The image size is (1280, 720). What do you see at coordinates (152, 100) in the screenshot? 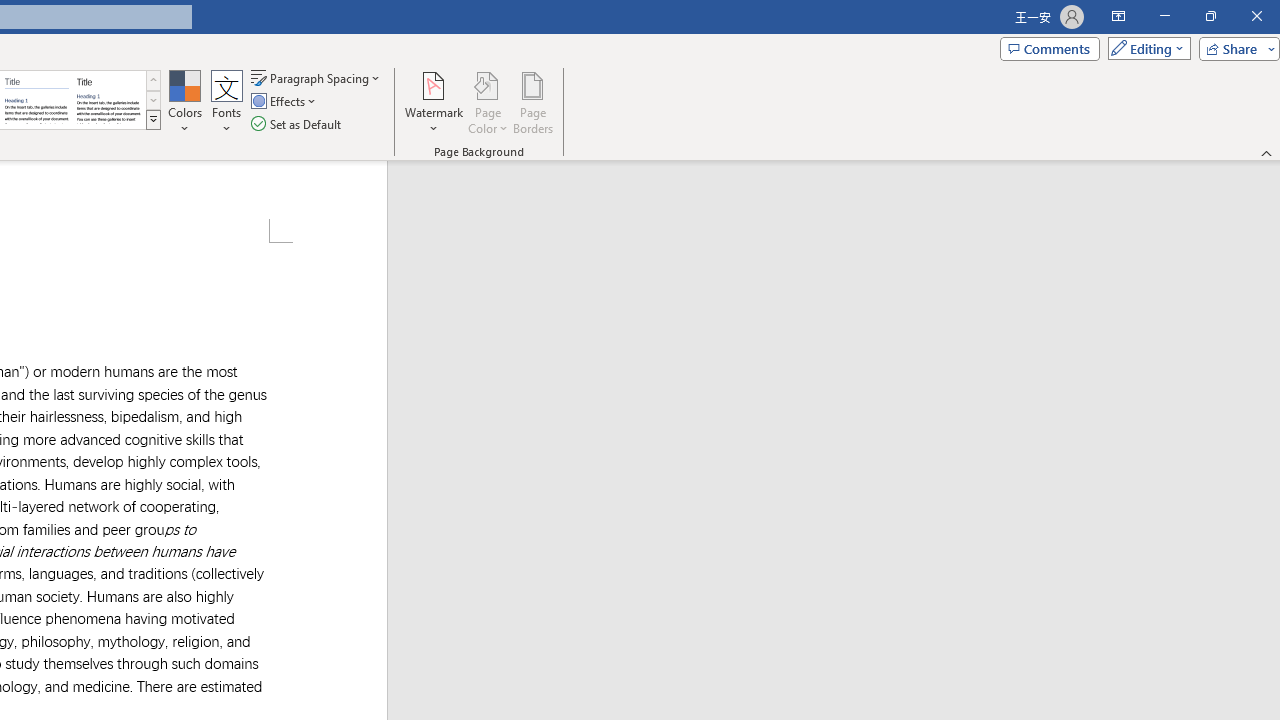
I see `'Row Down'` at bounding box center [152, 100].